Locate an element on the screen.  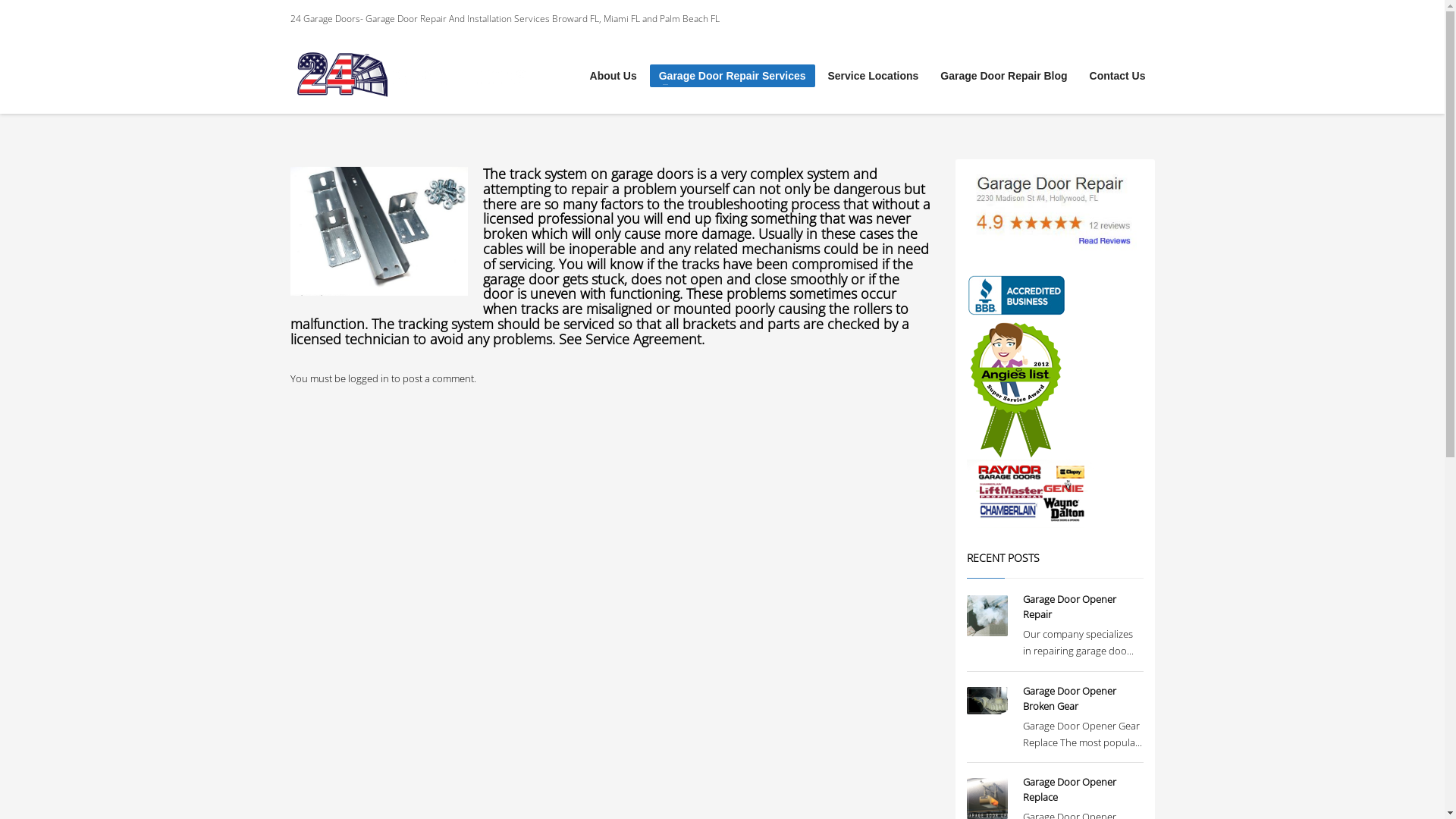
'Contact Us' is located at coordinates (1117, 76).